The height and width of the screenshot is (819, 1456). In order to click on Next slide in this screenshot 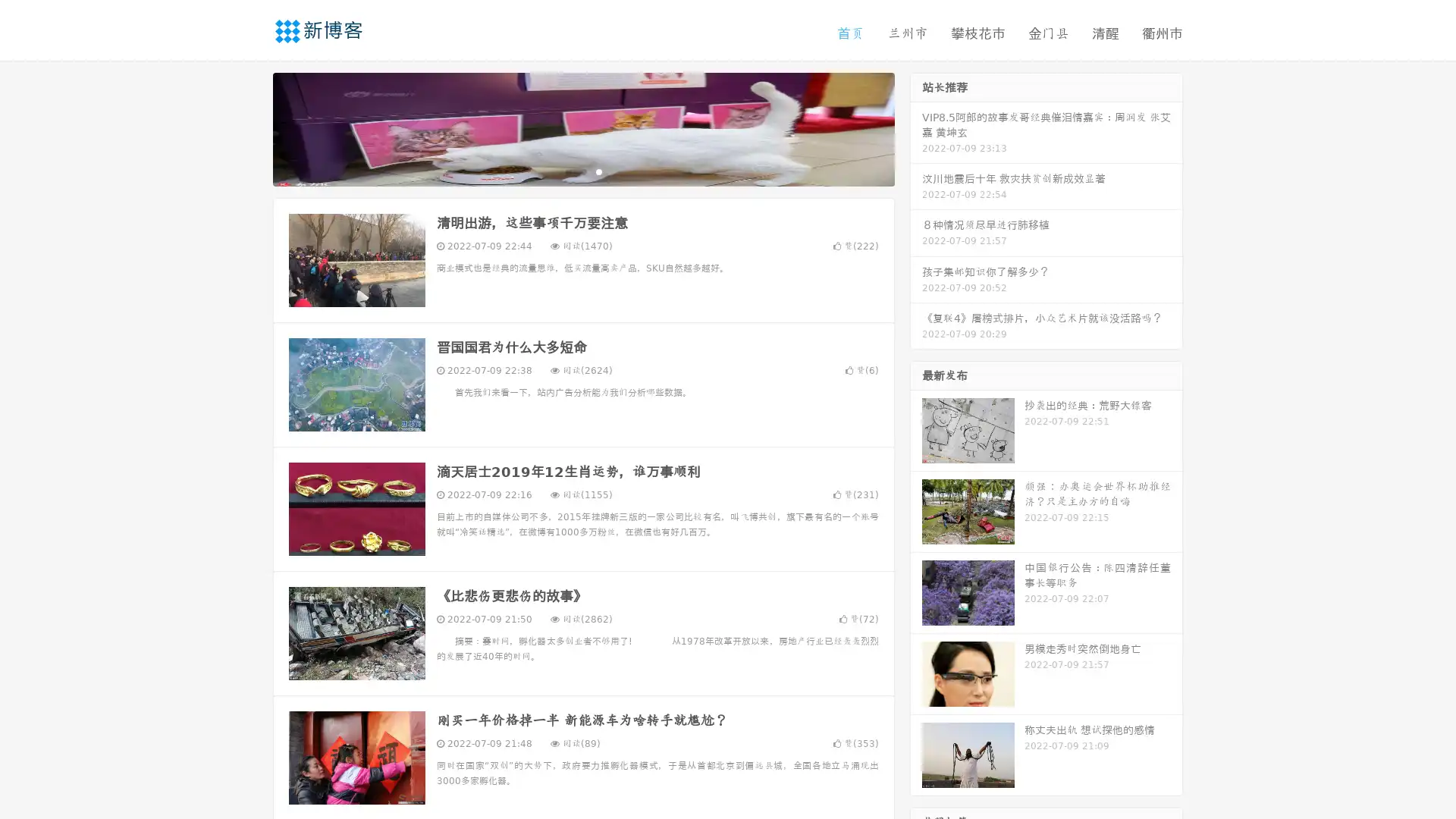, I will do `click(916, 127)`.